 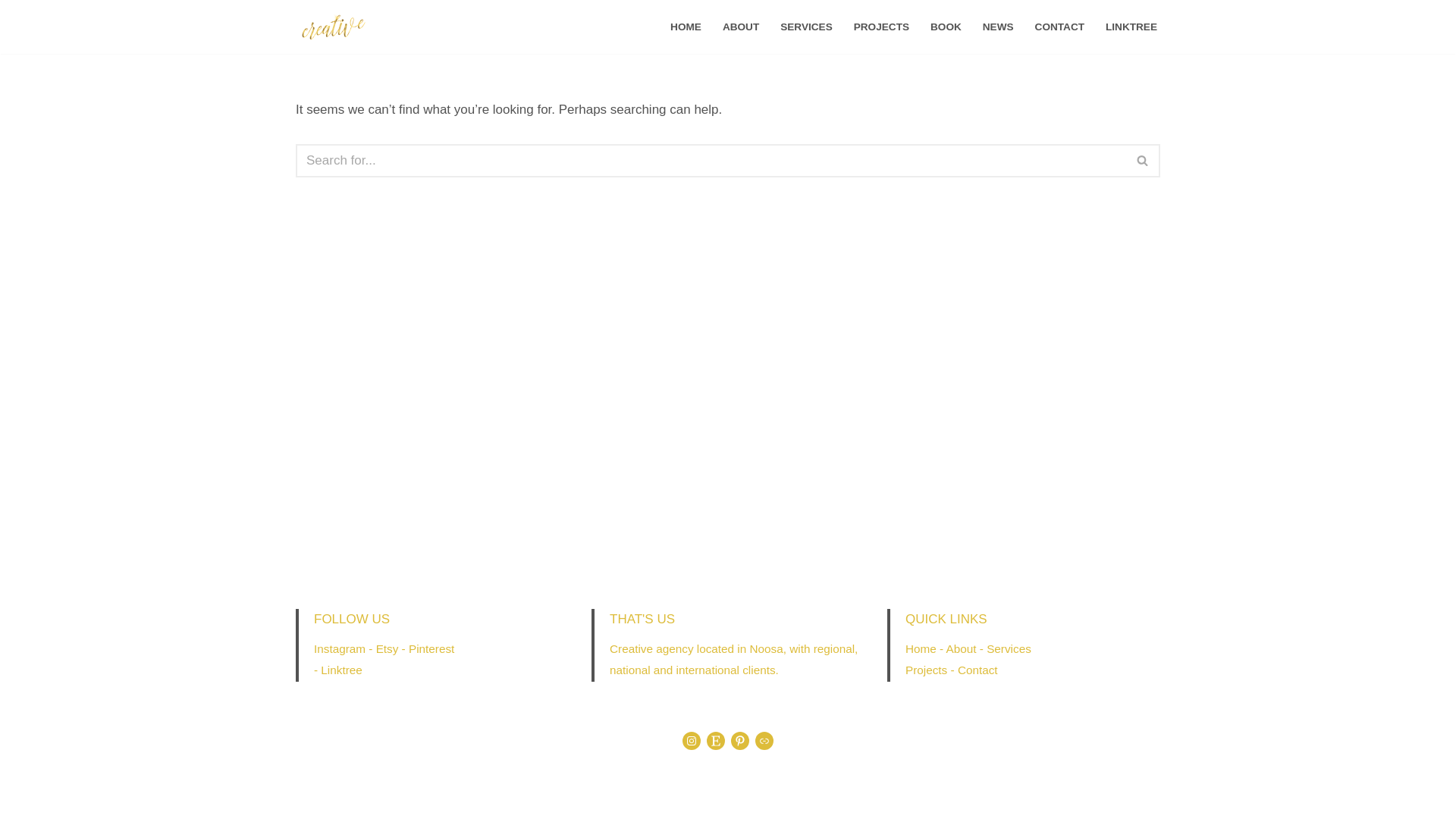 I want to click on 'Etsy', so click(x=387, y=648).